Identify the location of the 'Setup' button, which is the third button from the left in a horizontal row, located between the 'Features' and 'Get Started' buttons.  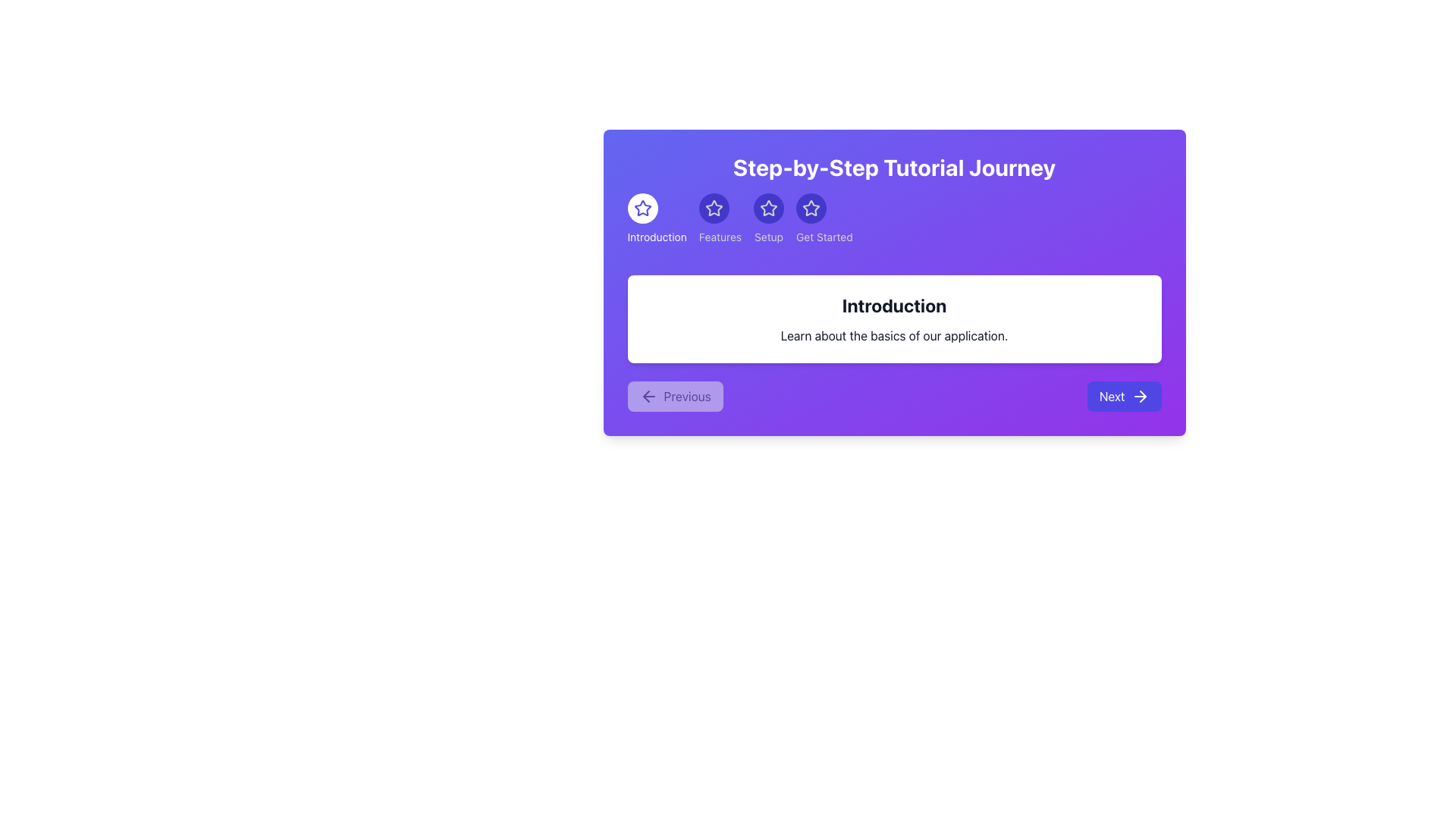
(769, 219).